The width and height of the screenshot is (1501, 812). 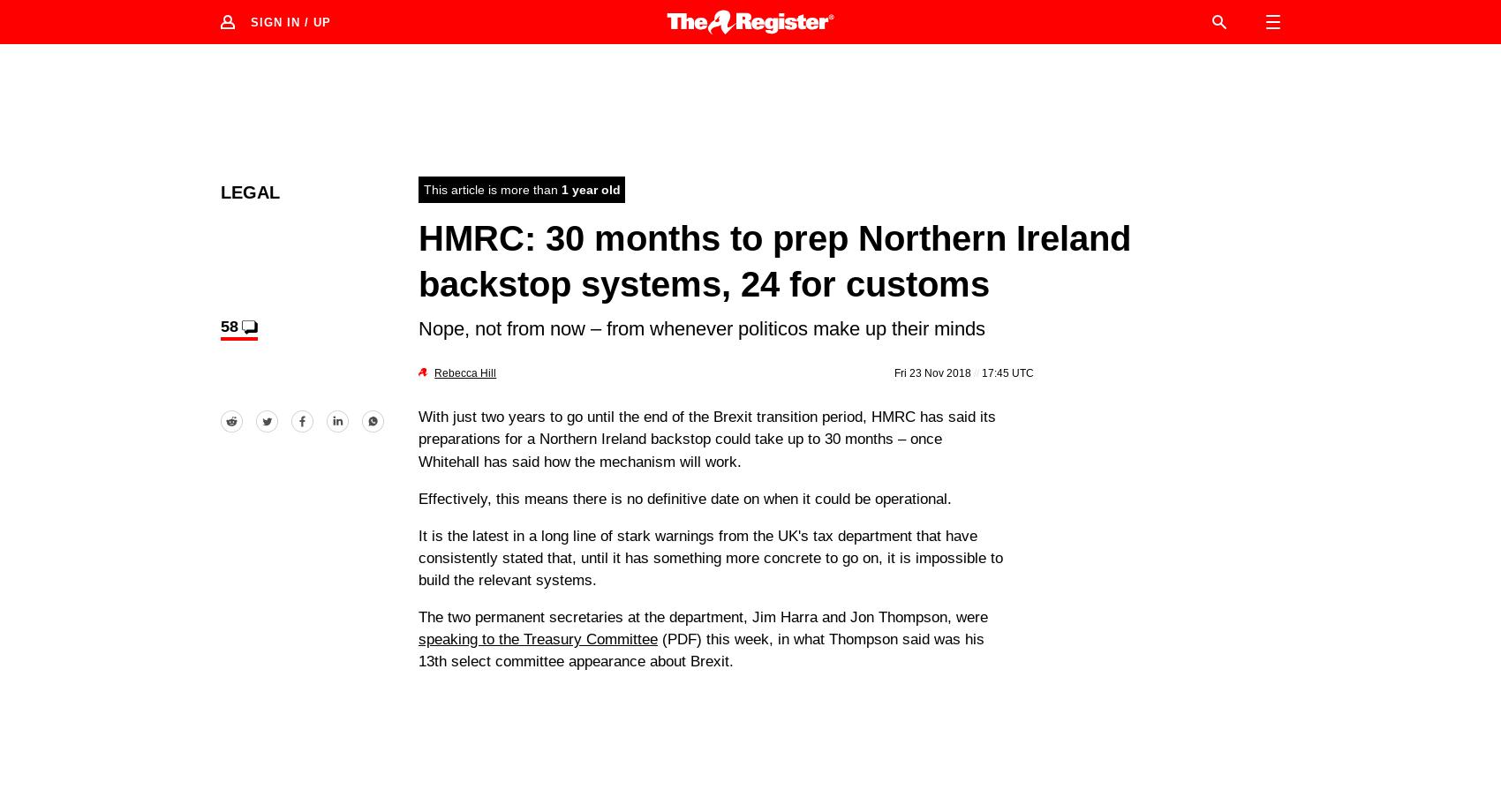 What do you see at coordinates (418, 556) in the screenshot?
I see `'It is the latest in a long line of stark warnings from the UK's tax department that have consistently stated that, until it has something more concrete to go on, it is impossible to build the relevant systems.'` at bounding box center [418, 556].